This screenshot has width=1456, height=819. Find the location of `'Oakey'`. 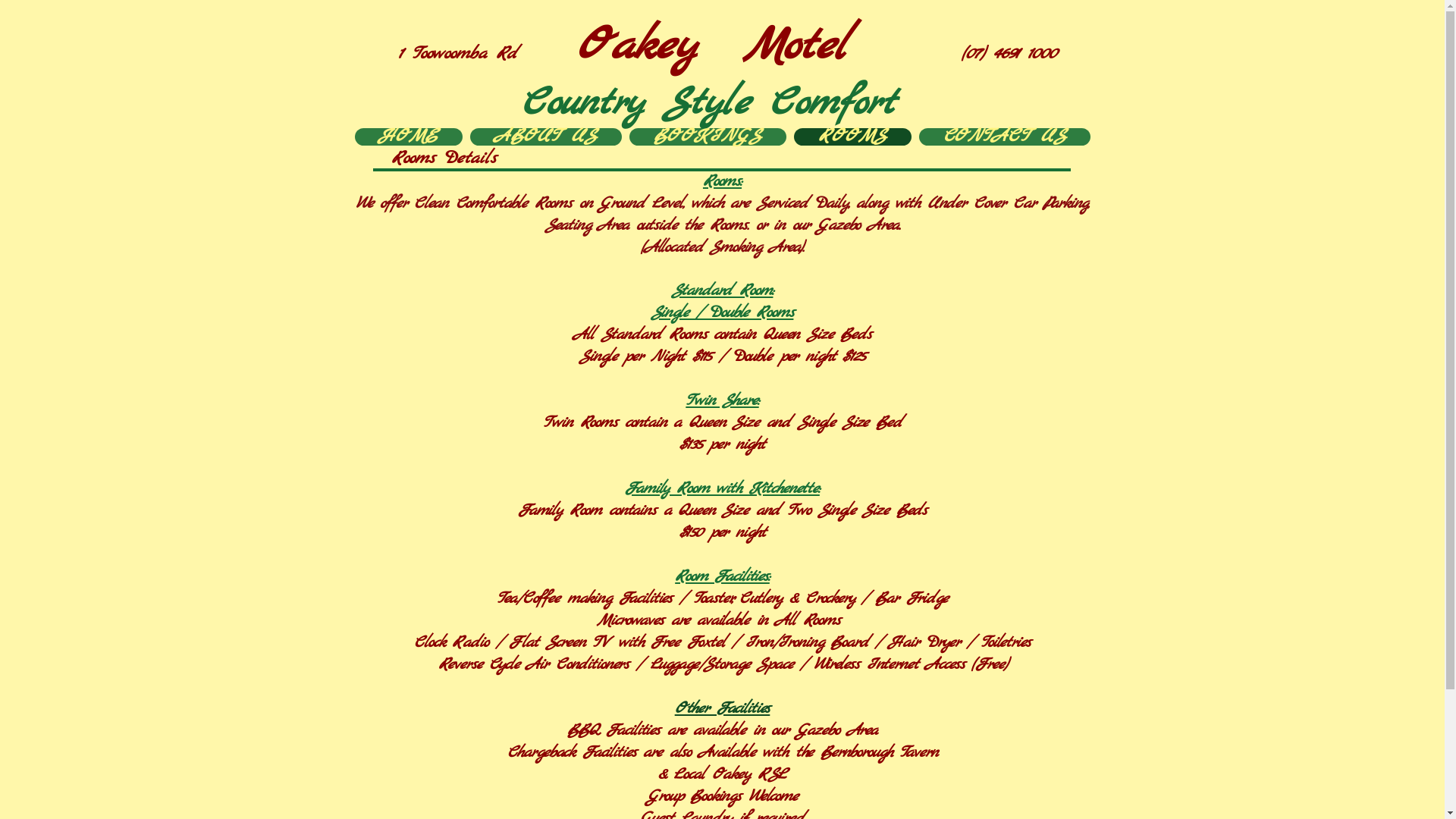

'Oakey' is located at coordinates (636, 45).